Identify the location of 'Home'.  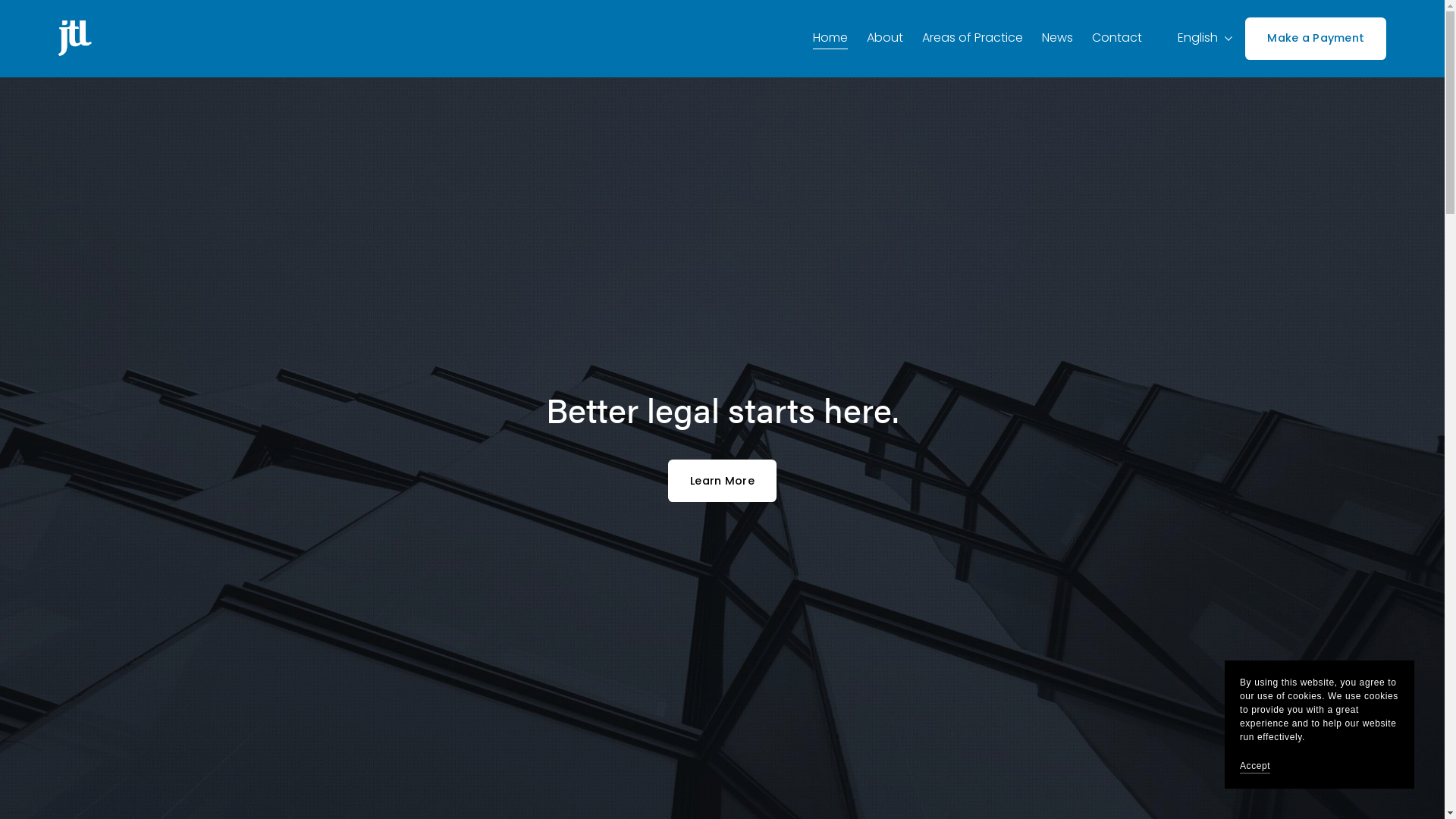
(829, 37).